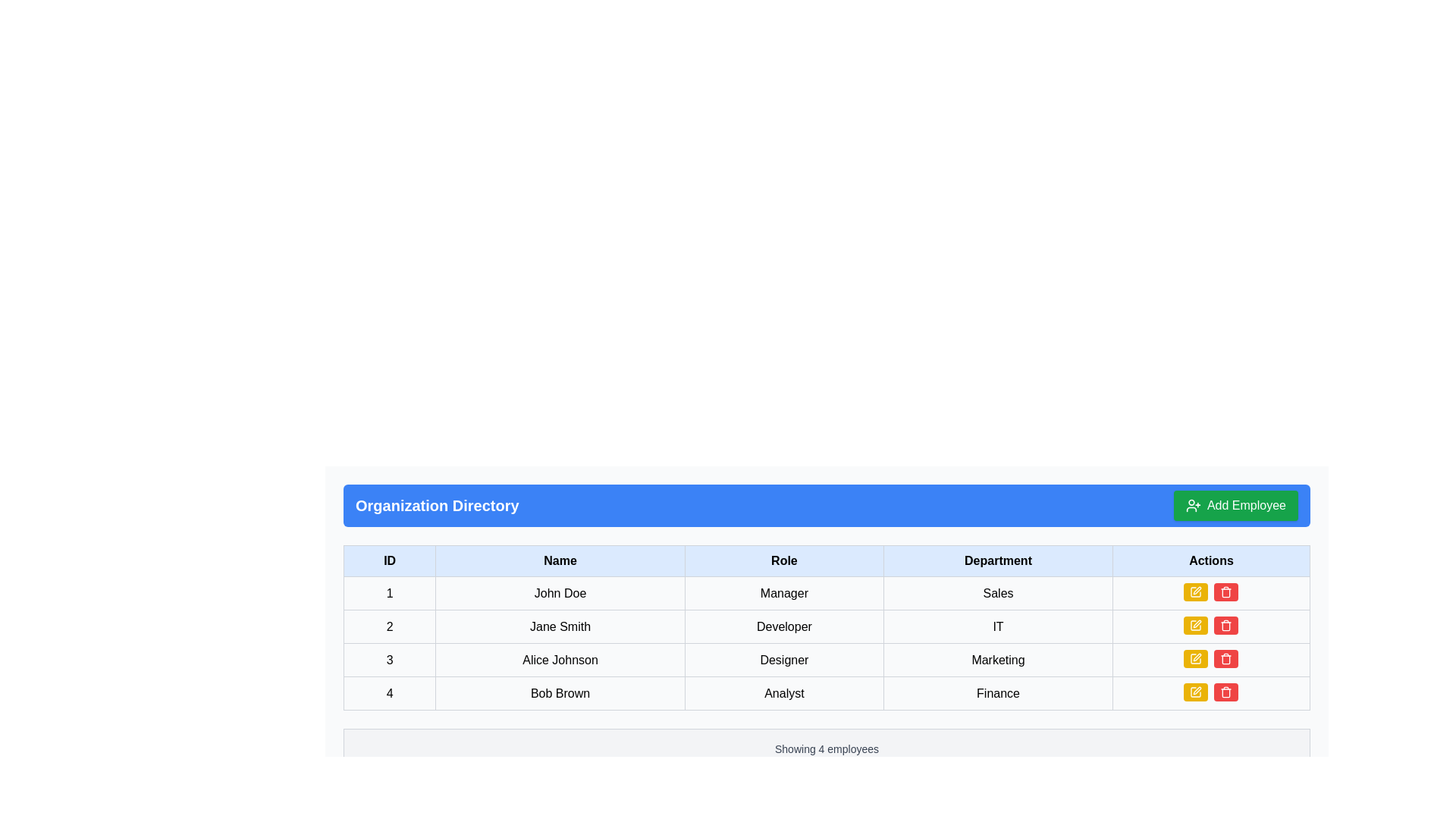 The height and width of the screenshot is (819, 1456). What do you see at coordinates (1197, 657) in the screenshot?
I see `the yellow edit button located in the Actions column of the 'Marketing' row` at bounding box center [1197, 657].